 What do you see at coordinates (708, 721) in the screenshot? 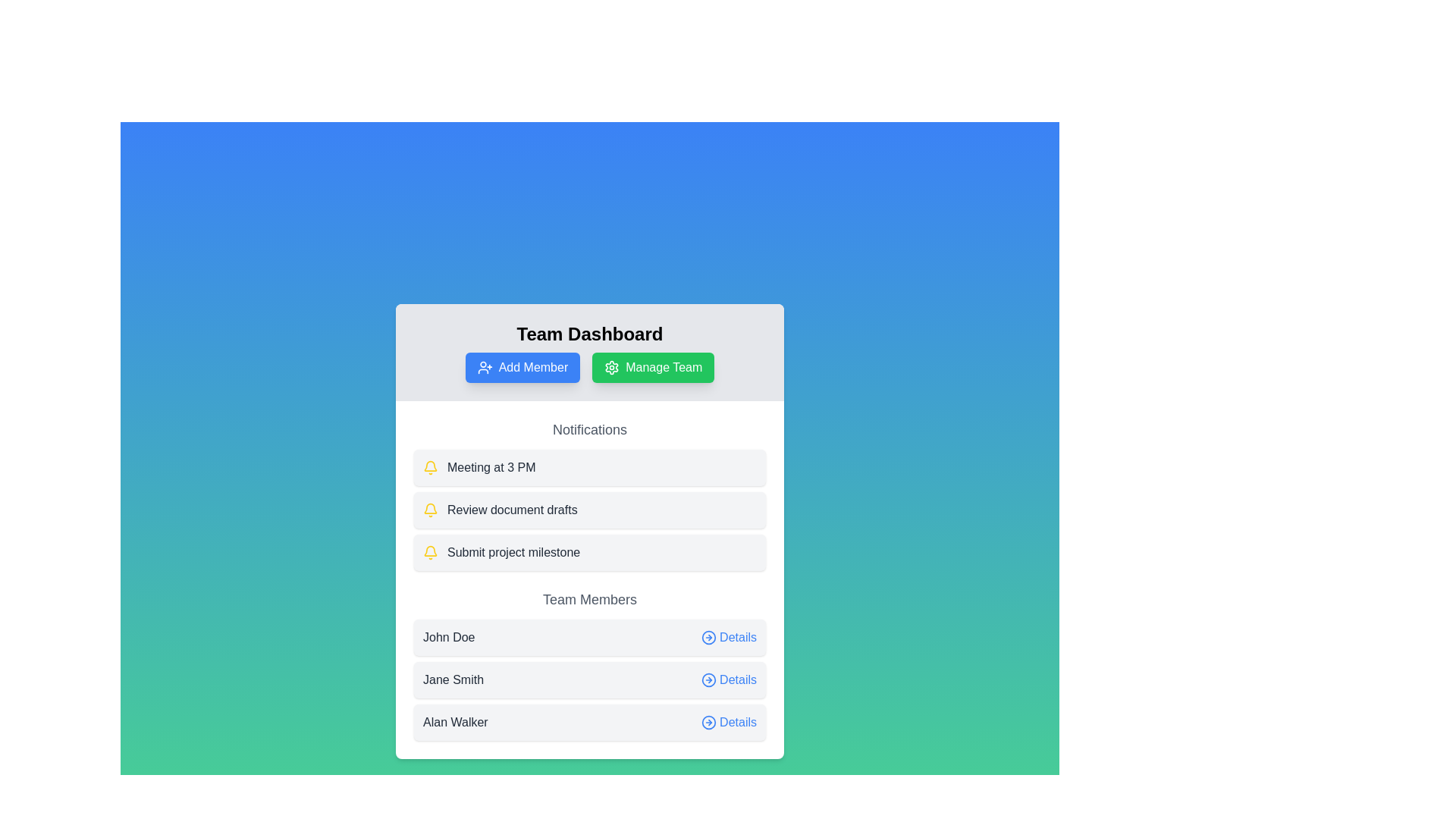
I see `the SVG circle component located at the bottom-right area of the 'Details' icon associated with Alan Walker` at bounding box center [708, 721].